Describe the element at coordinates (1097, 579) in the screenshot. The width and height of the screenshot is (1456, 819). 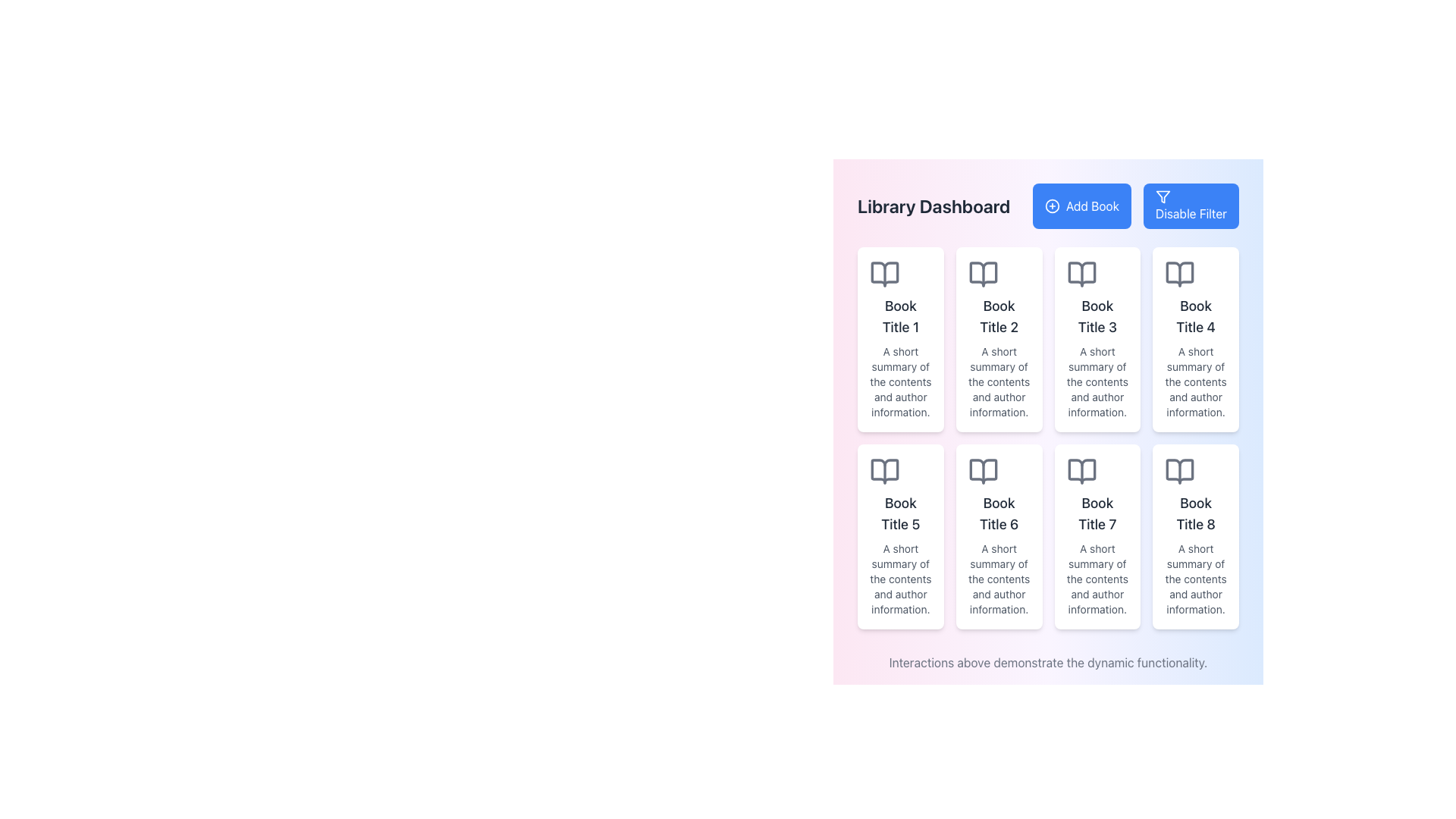
I see `the text label providing a brief summary of the book located at the bottom of the card labeled 'Book Title 7'` at that location.